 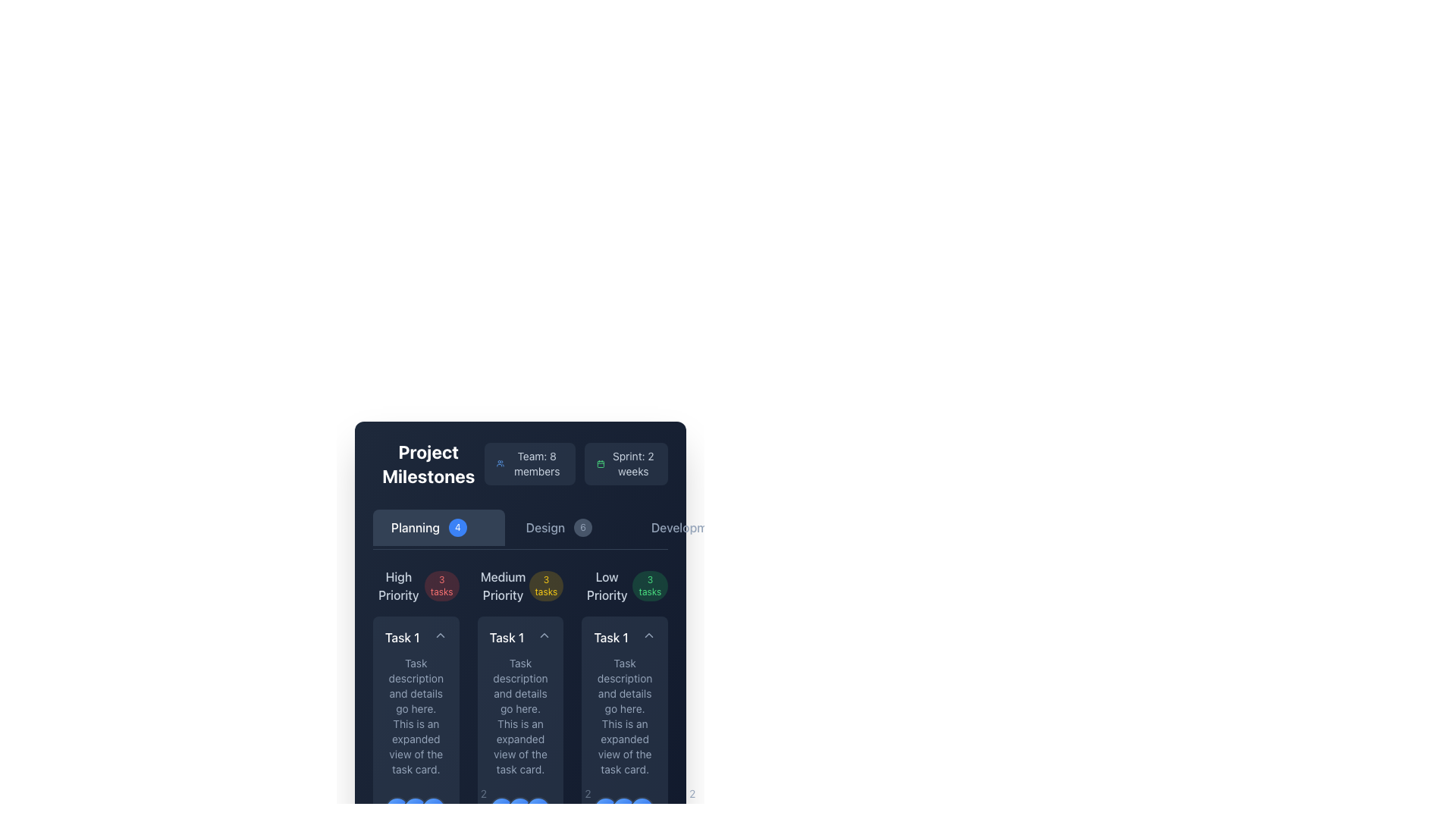 What do you see at coordinates (457, 526) in the screenshot?
I see `the Badge indicating the count of tasks for 'Planning', which is positioned to the right of the 'Planning' text` at bounding box center [457, 526].